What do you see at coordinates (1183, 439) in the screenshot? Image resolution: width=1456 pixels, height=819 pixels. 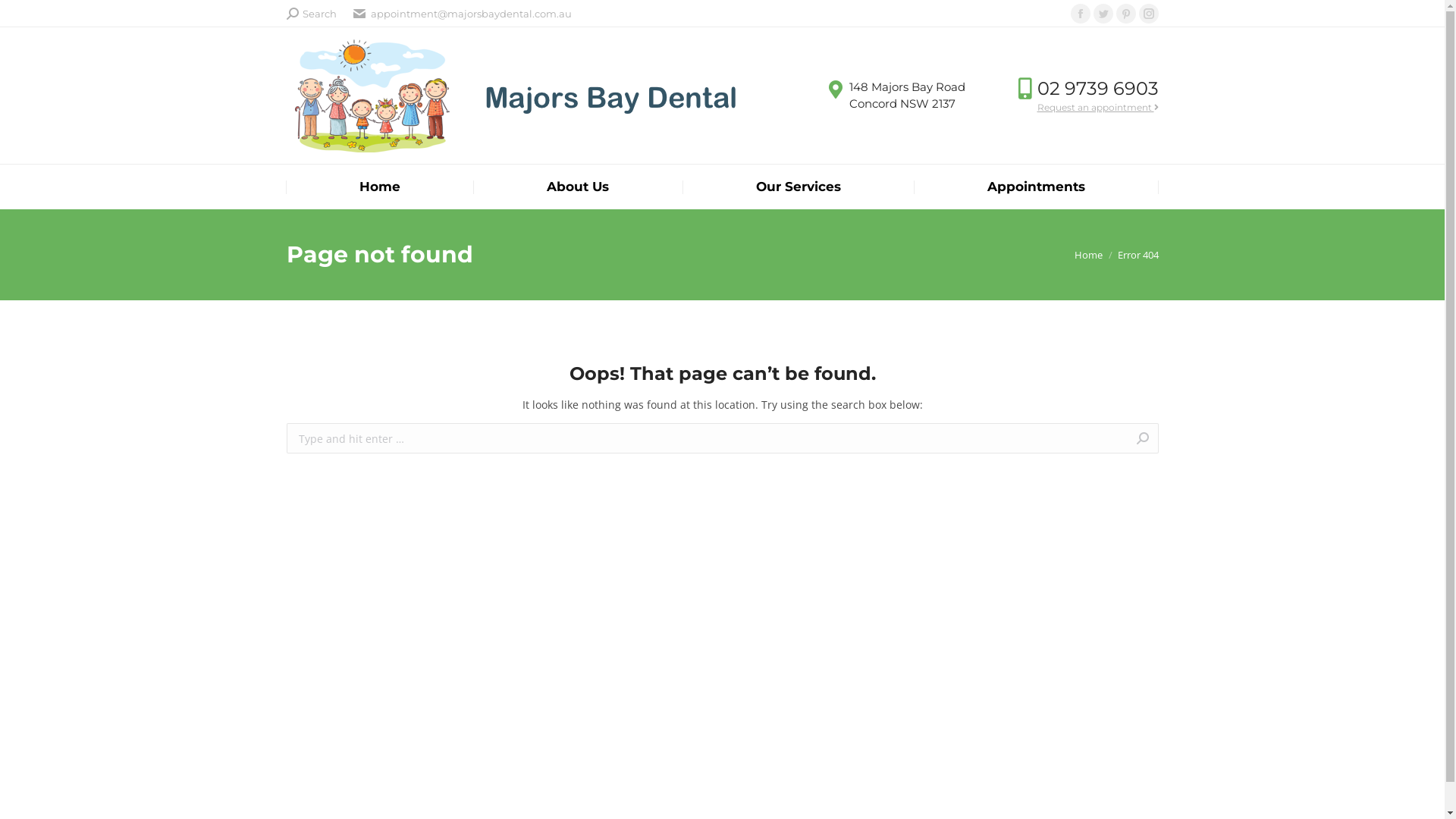 I see `'Go!'` at bounding box center [1183, 439].